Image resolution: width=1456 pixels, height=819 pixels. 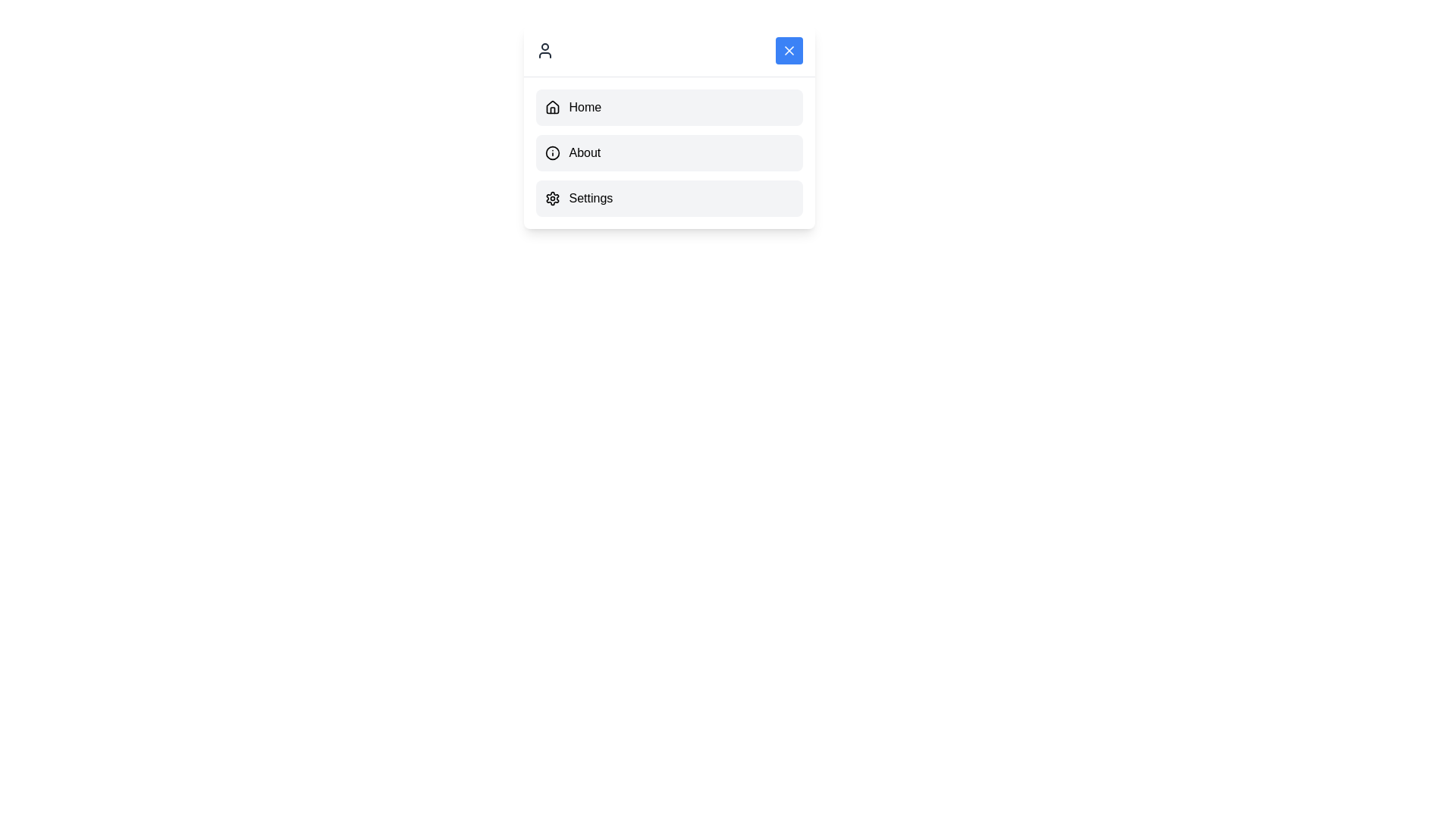 I want to click on the gear-shaped icon representing the settings option located within the 'Settings' button to interact with the settings, so click(x=551, y=198).